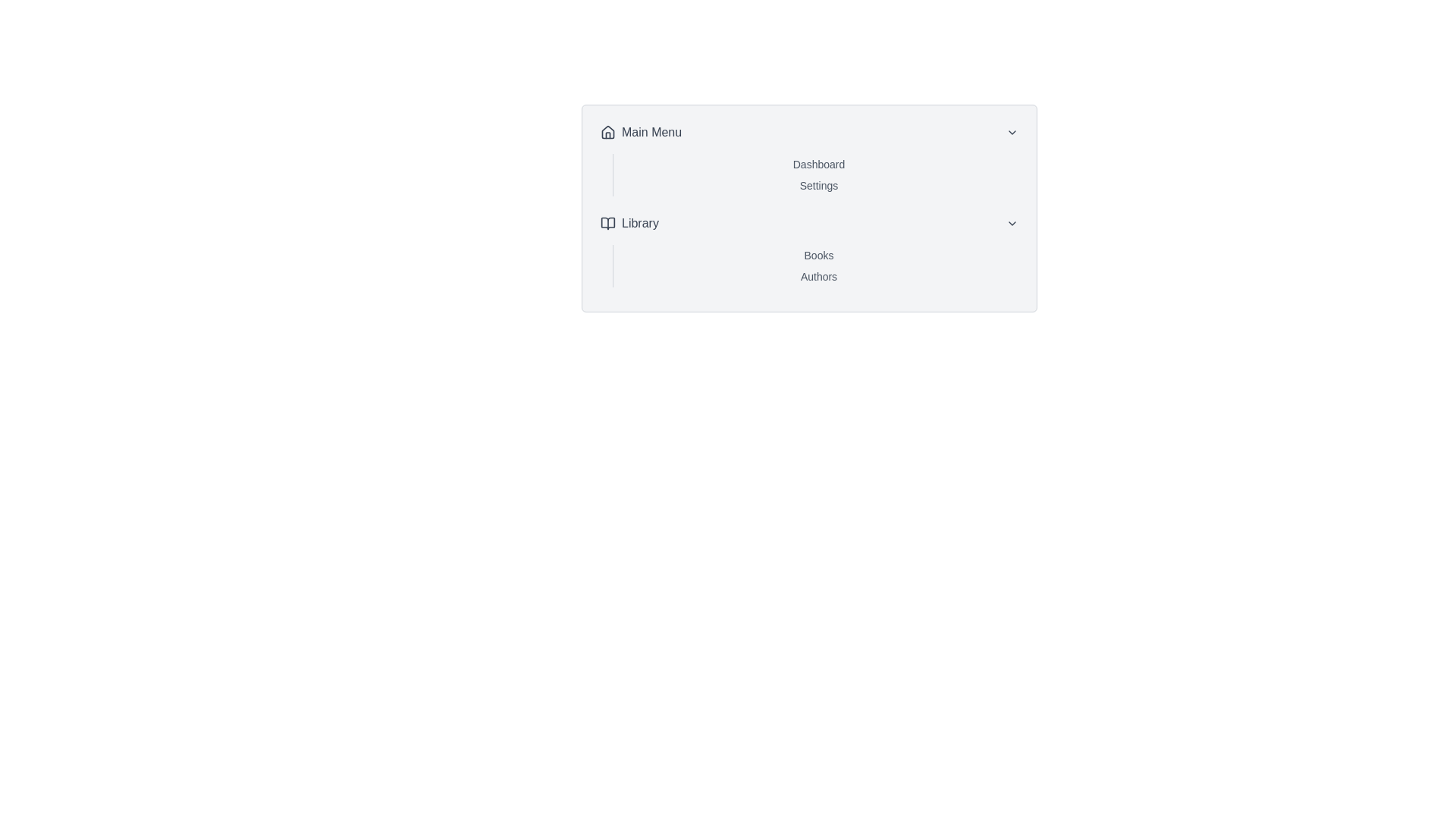  Describe the element at coordinates (607, 130) in the screenshot. I see `the house icon located in the upper-left corner of the menu box, next to the text 'Main Menu'` at that location.